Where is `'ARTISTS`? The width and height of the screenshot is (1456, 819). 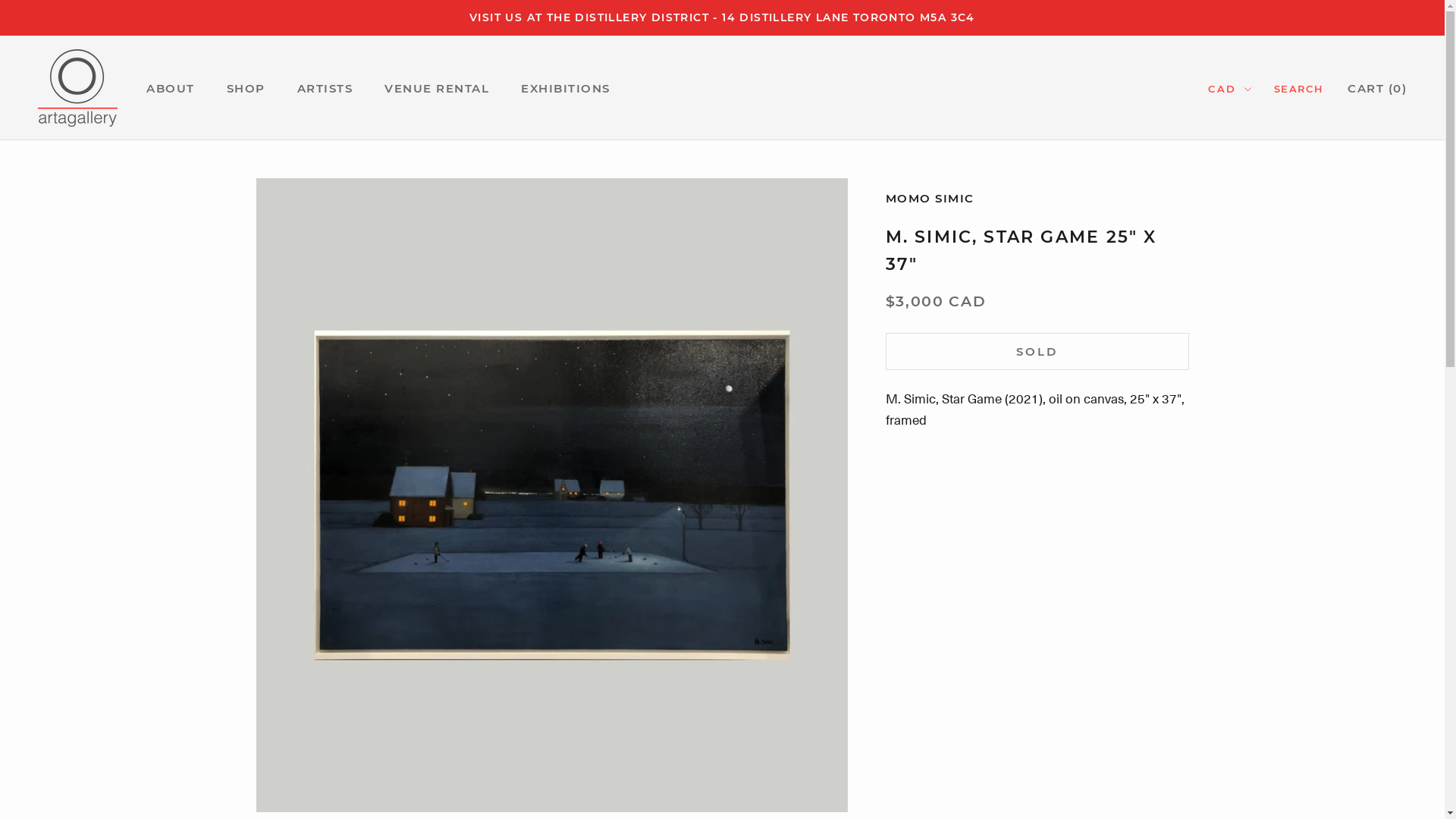 'ARTISTS is located at coordinates (324, 88).